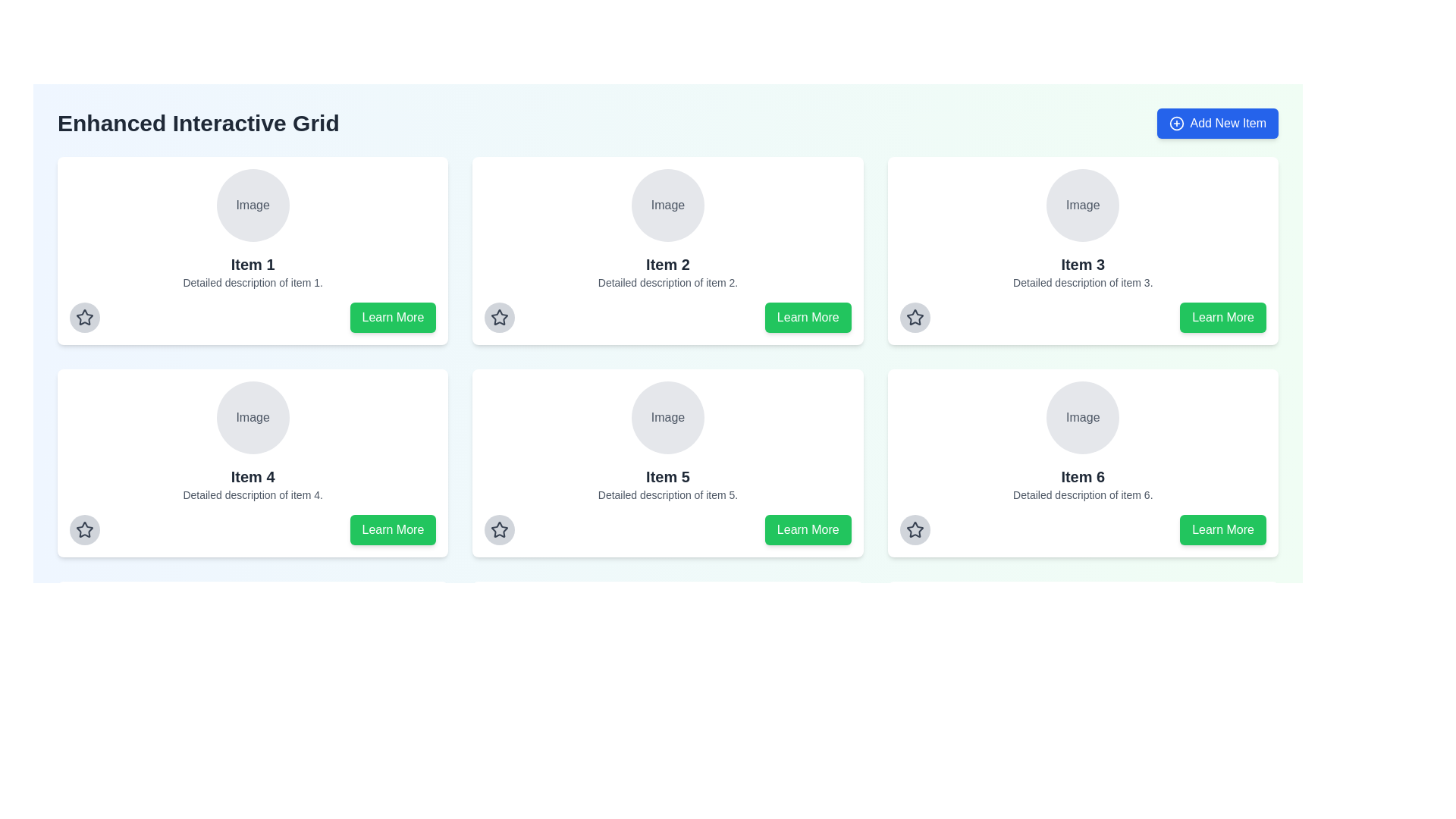 This screenshot has width=1456, height=819. What do you see at coordinates (253, 494) in the screenshot?
I see `the text label styled in light gray that contains the text 'Detailed description of item 4.' located at the bottom of the fourth card in the grid layout` at bounding box center [253, 494].